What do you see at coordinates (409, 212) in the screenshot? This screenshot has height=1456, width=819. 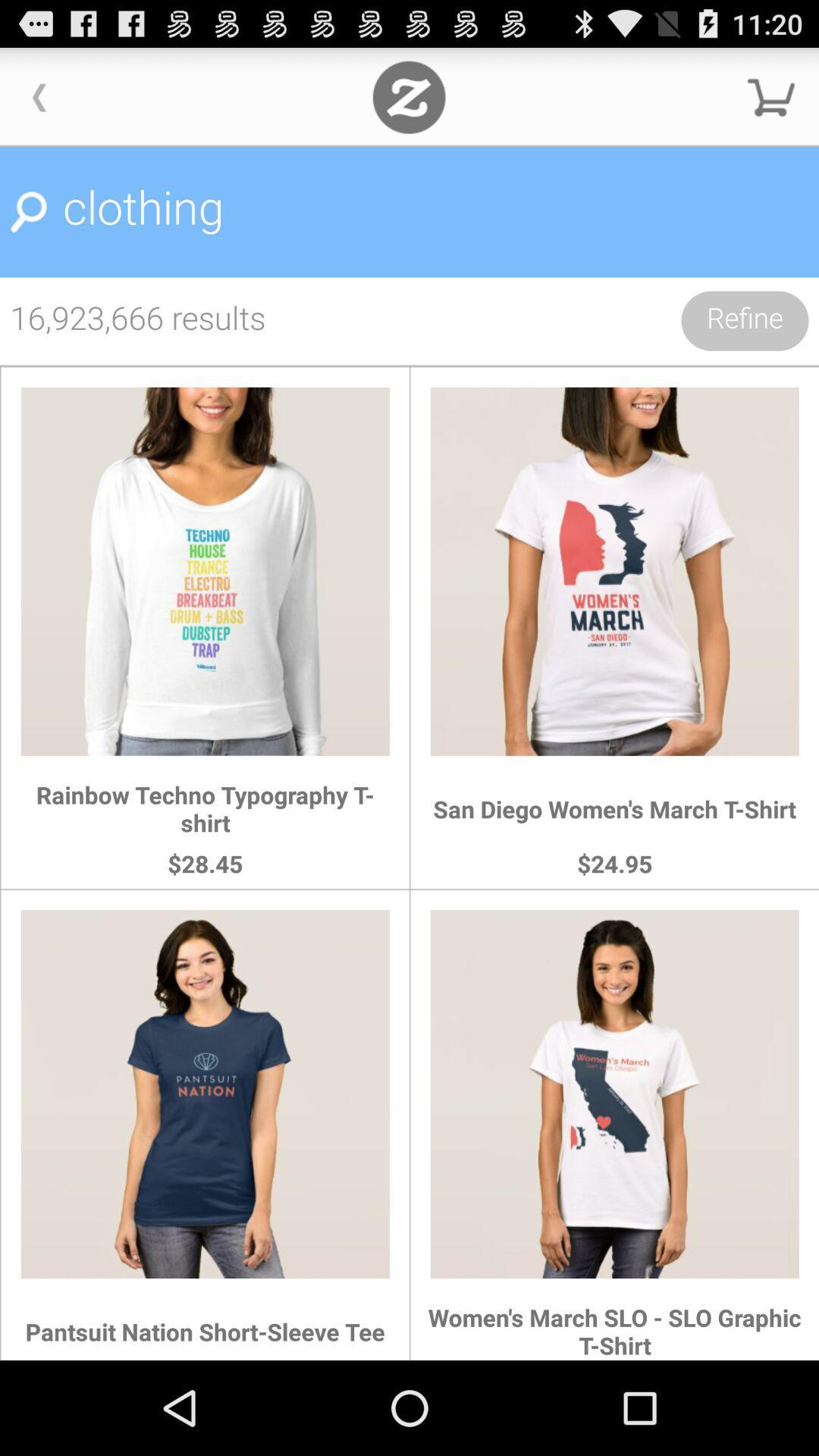 I see `the icon above the refine item` at bounding box center [409, 212].